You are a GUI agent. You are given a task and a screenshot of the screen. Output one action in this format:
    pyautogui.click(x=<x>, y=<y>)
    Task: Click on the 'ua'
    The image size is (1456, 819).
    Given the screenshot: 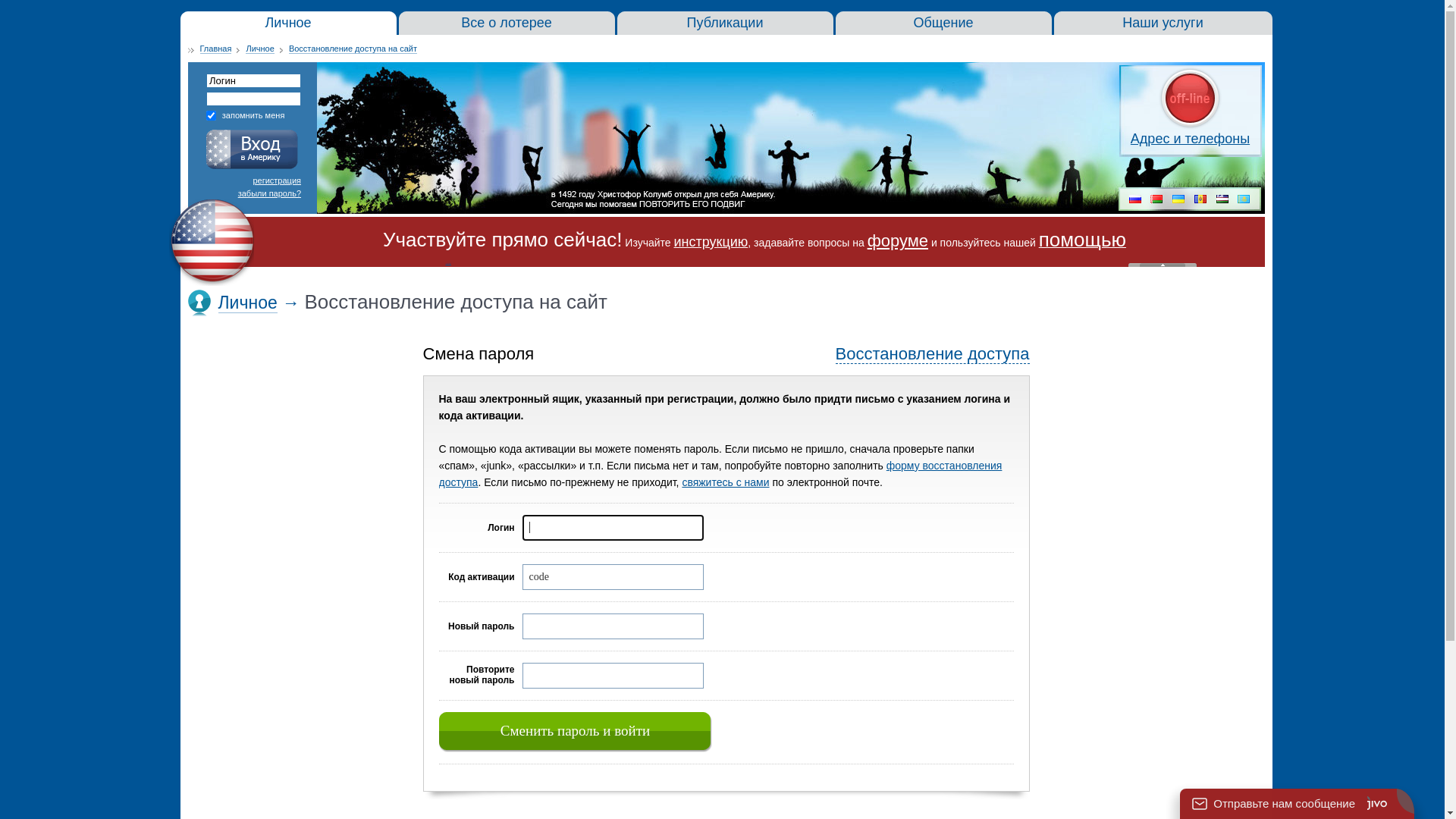 What is the action you would take?
    pyautogui.click(x=1171, y=199)
    